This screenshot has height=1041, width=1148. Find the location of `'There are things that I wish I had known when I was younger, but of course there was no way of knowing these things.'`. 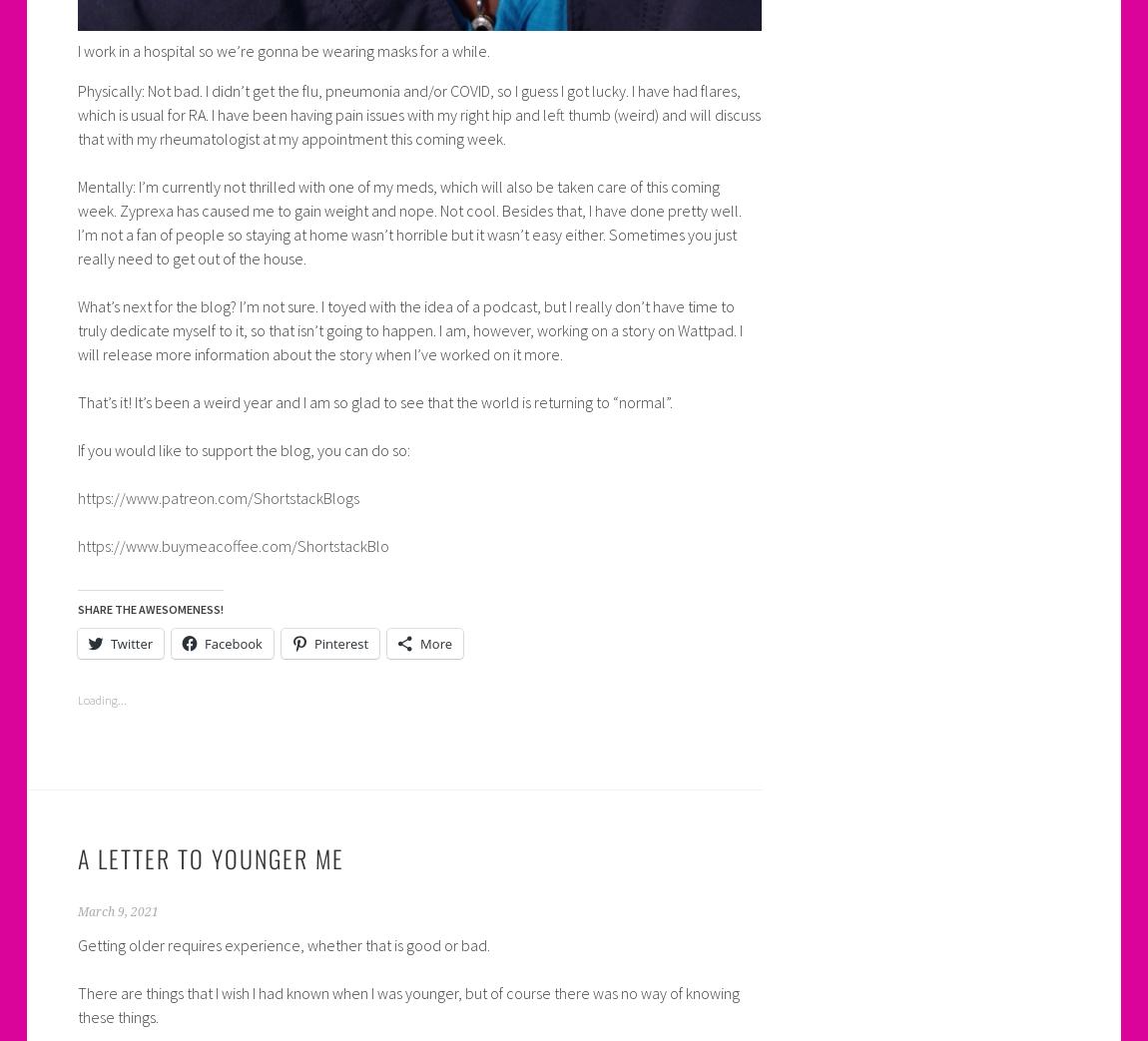

'There are things that I wish I had known when I was younger, but of course there was no way of knowing these things.' is located at coordinates (407, 1005).